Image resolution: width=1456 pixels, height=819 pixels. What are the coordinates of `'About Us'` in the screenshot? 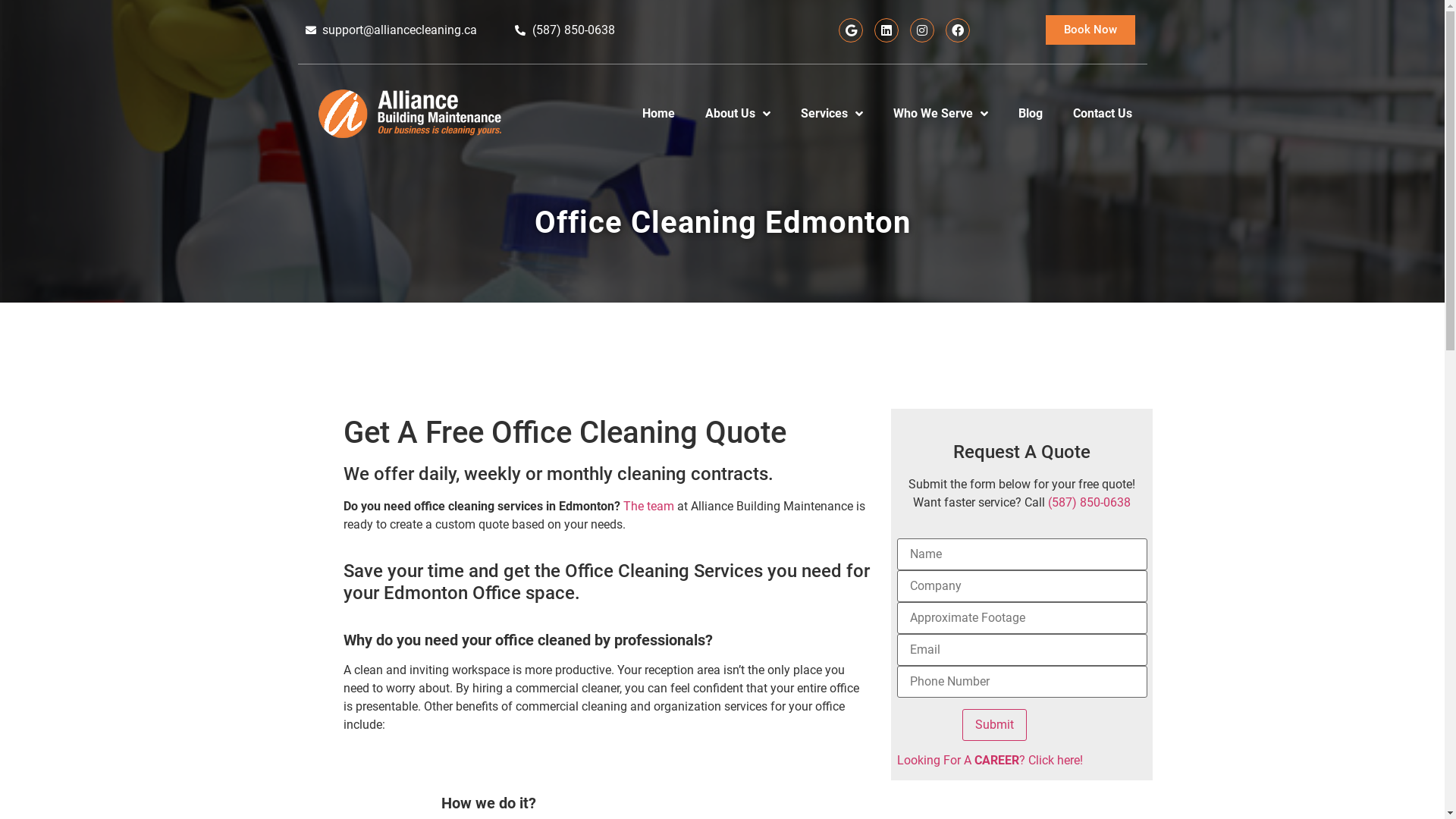 It's located at (738, 113).